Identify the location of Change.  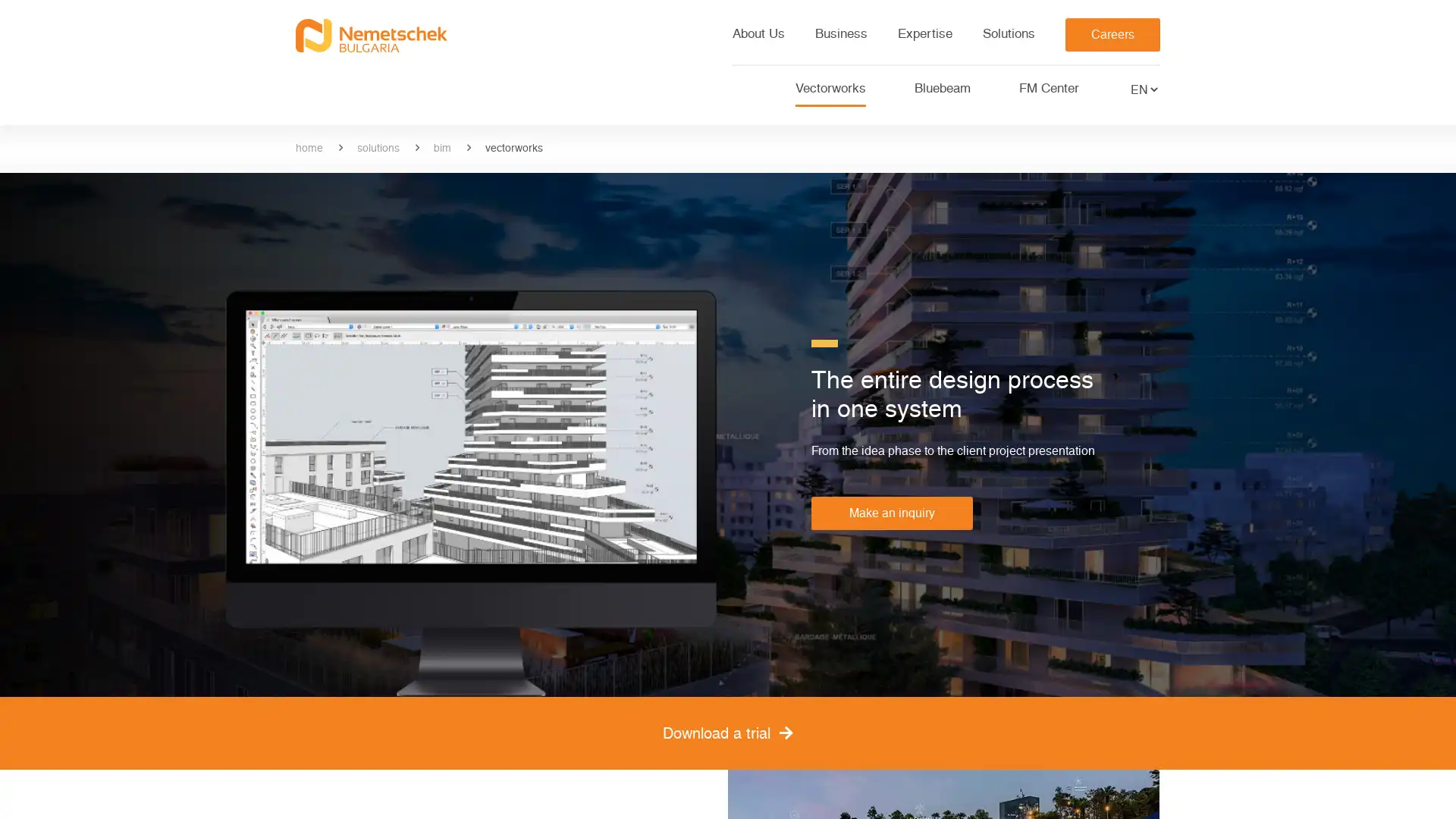
(1157, 93).